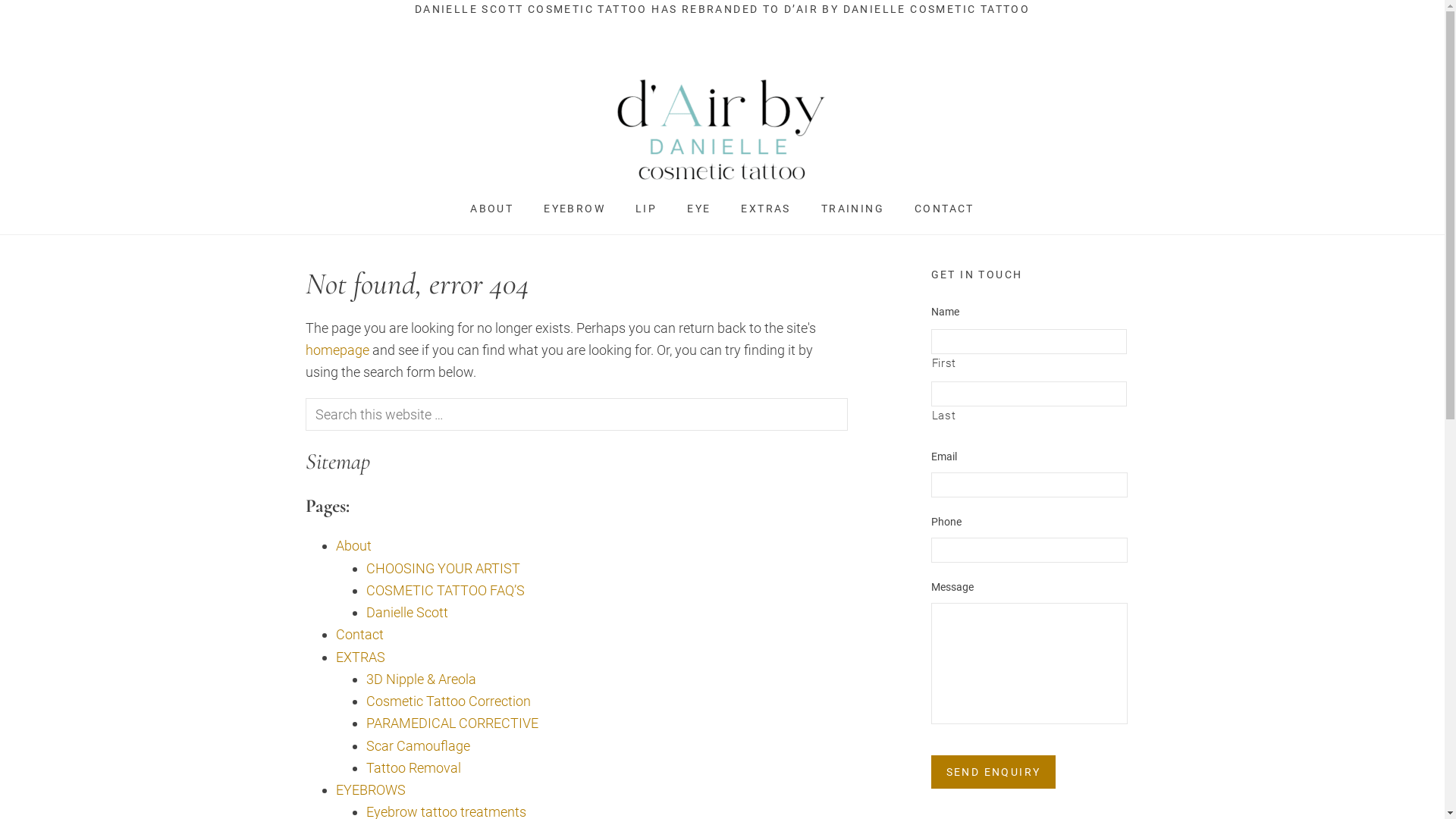  What do you see at coordinates (420, 678) in the screenshot?
I see `'3D Nipple & Areola'` at bounding box center [420, 678].